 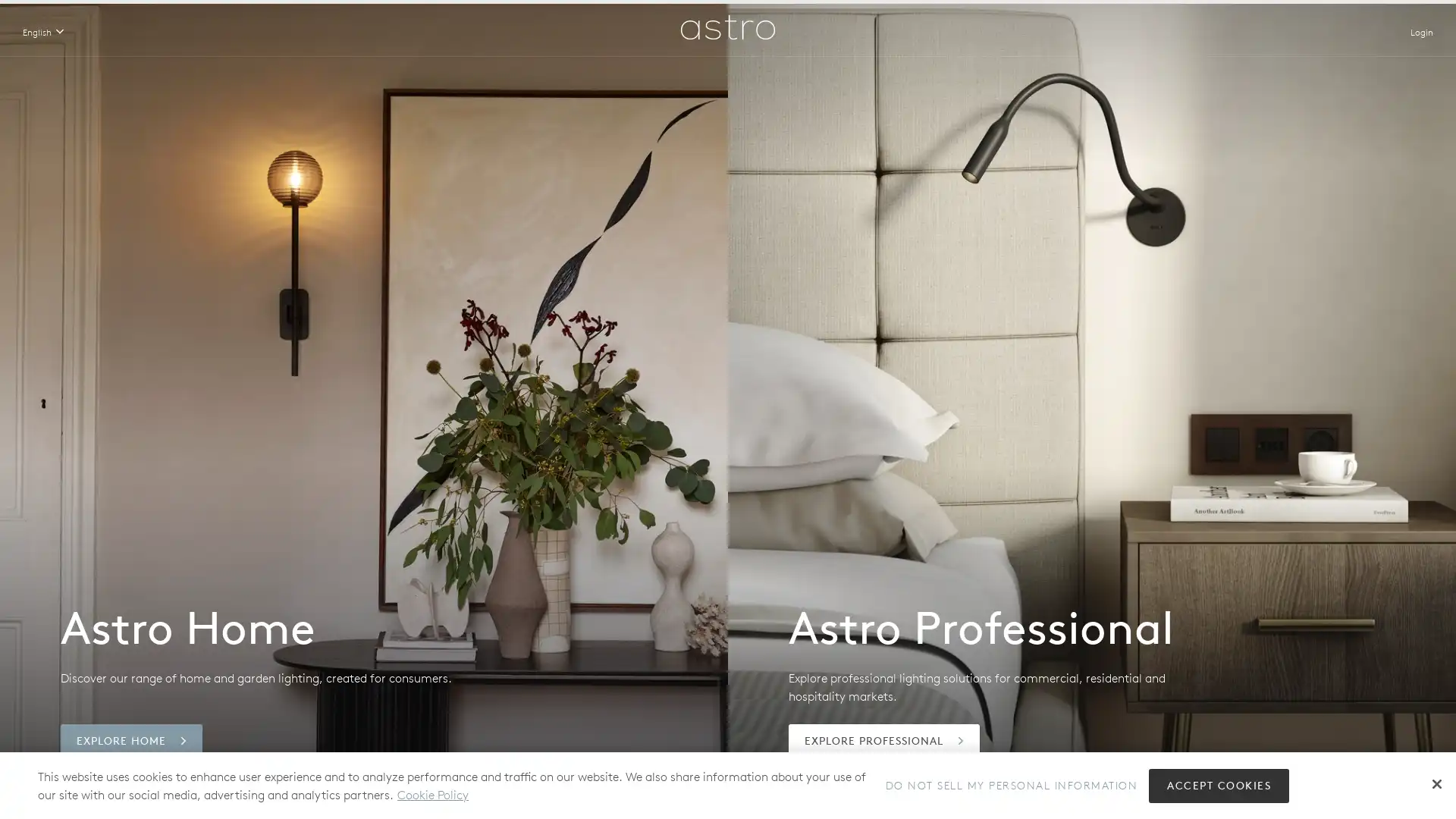 I want to click on Close, so click(x=1436, y=783).